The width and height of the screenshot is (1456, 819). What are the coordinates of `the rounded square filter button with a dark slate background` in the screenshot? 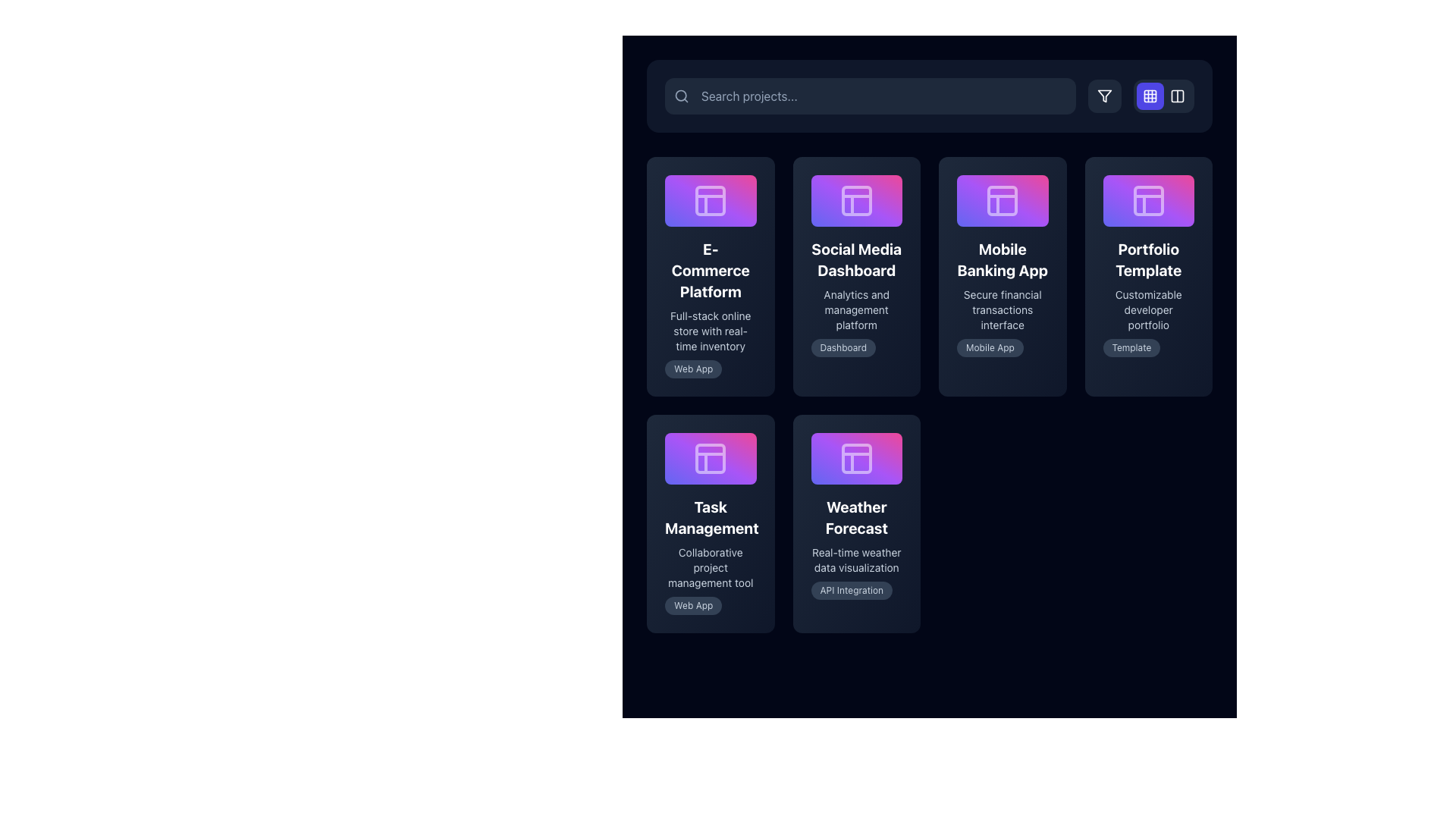 It's located at (1105, 96).